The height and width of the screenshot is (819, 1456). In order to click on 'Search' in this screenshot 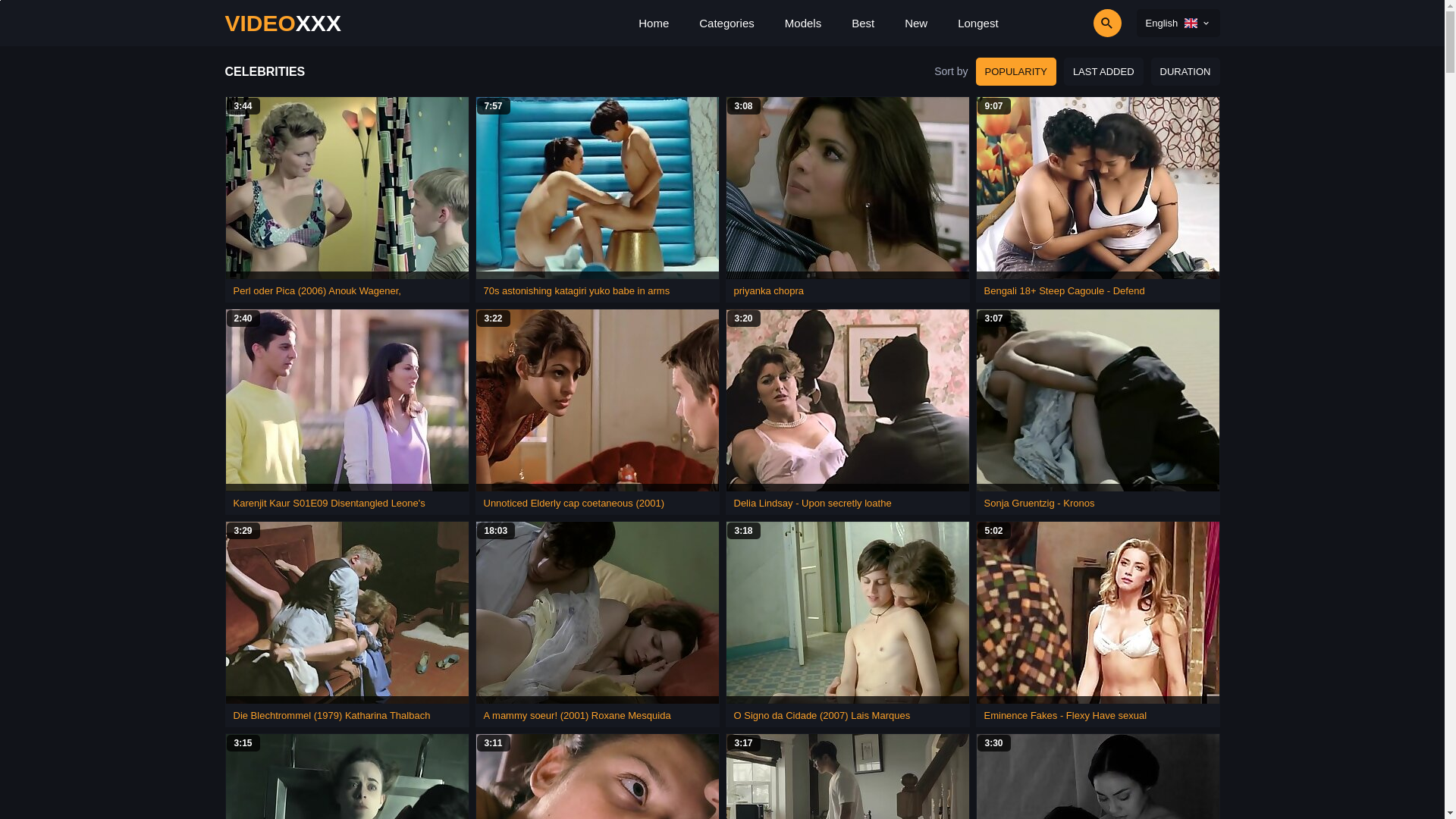, I will do `click(1063, 23)`.